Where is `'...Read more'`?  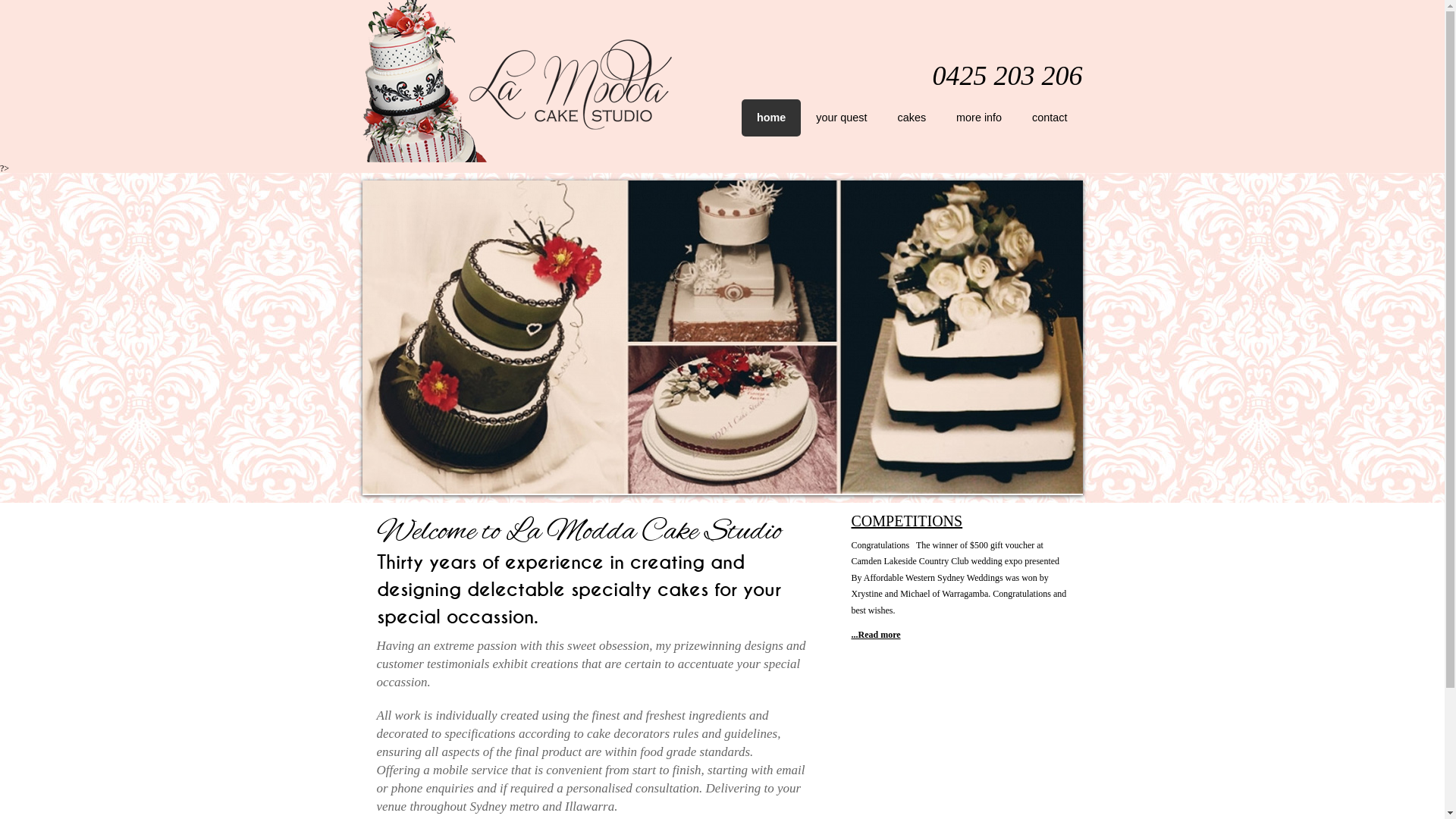
'...Read more' is located at coordinates (851, 635).